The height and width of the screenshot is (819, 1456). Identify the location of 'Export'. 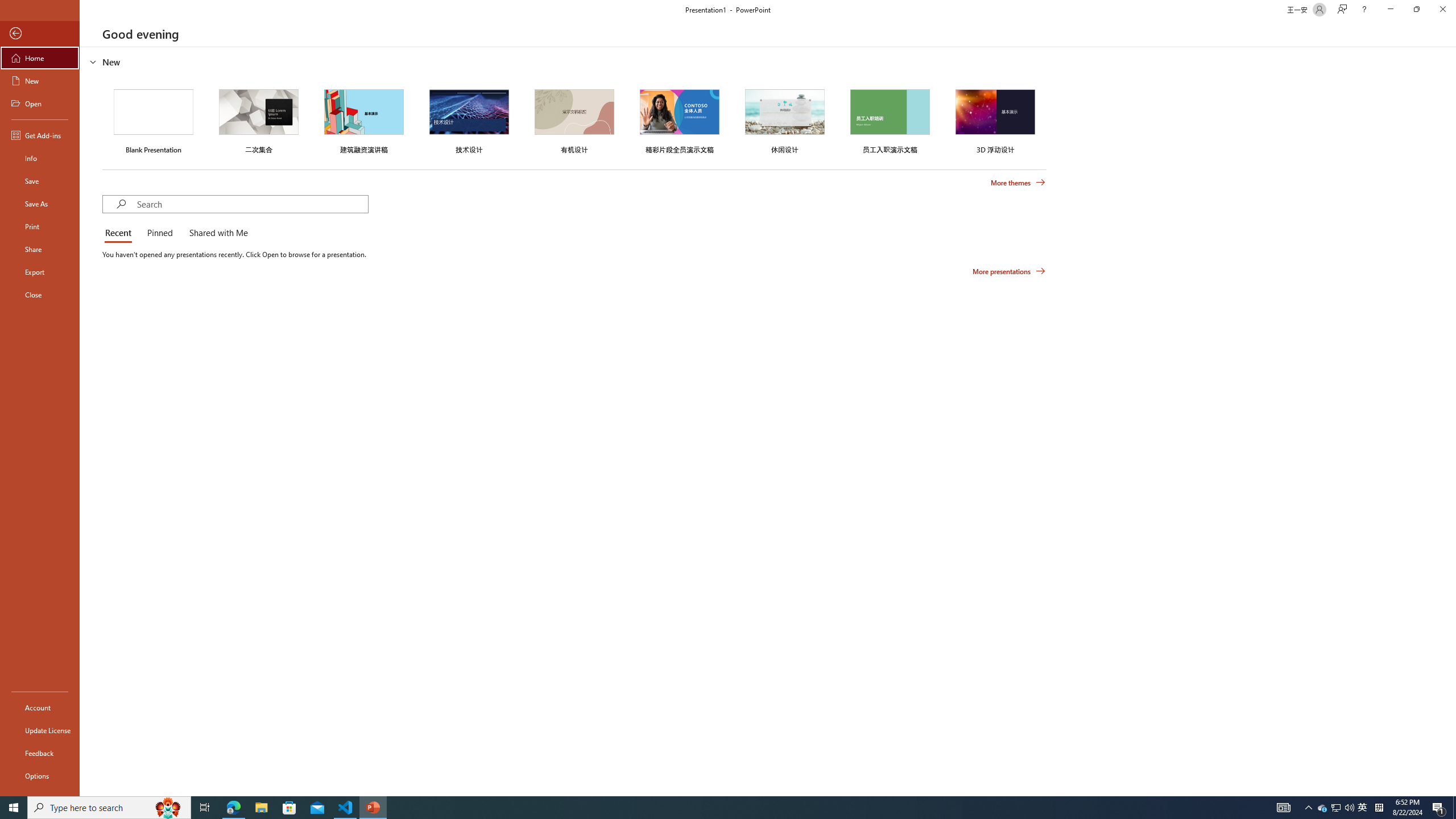
(39, 272).